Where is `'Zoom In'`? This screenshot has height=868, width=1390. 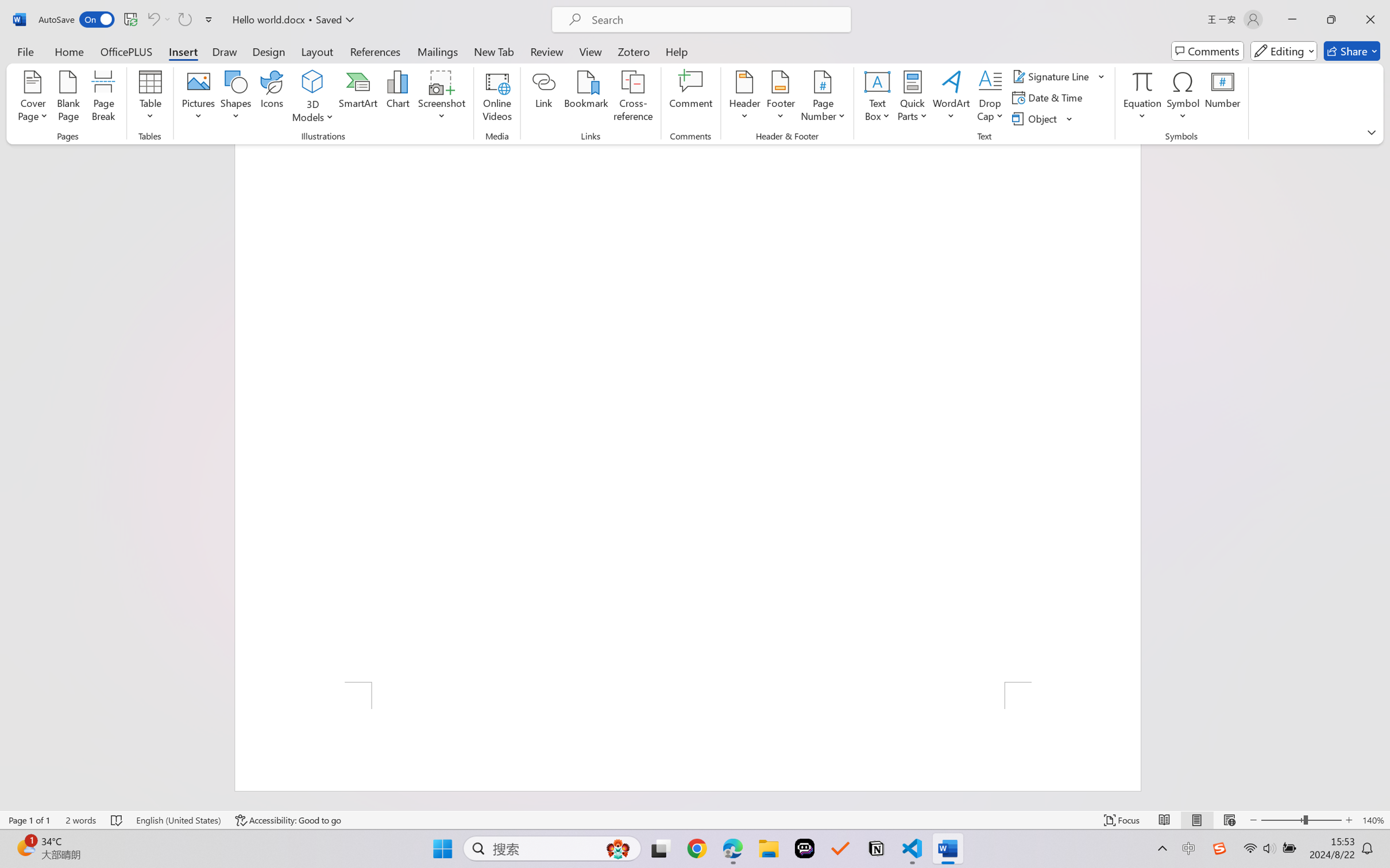 'Zoom In' is located at coordinates (1349, 820).